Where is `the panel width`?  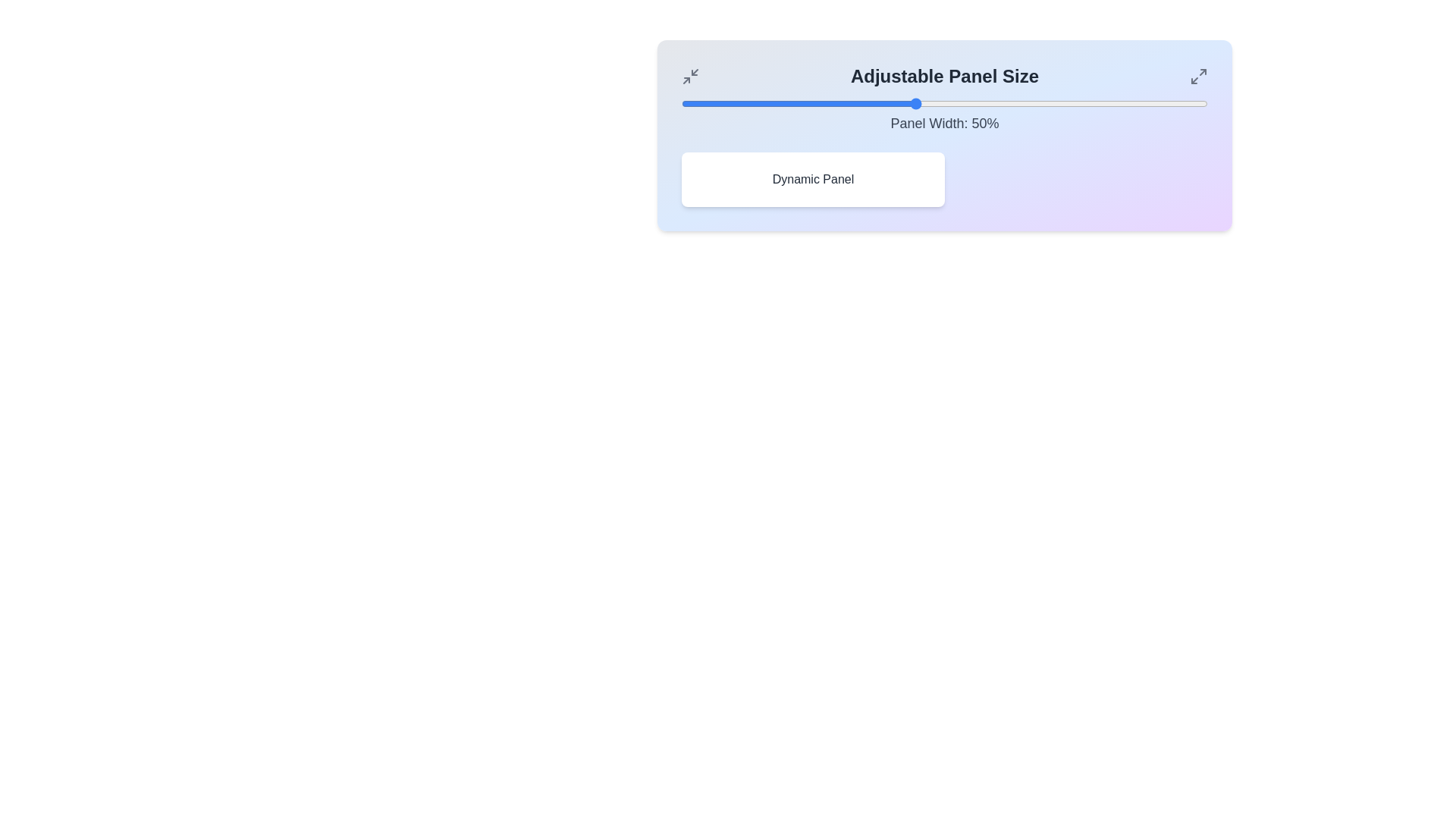
the panel width is located at coordinates (798, 103).